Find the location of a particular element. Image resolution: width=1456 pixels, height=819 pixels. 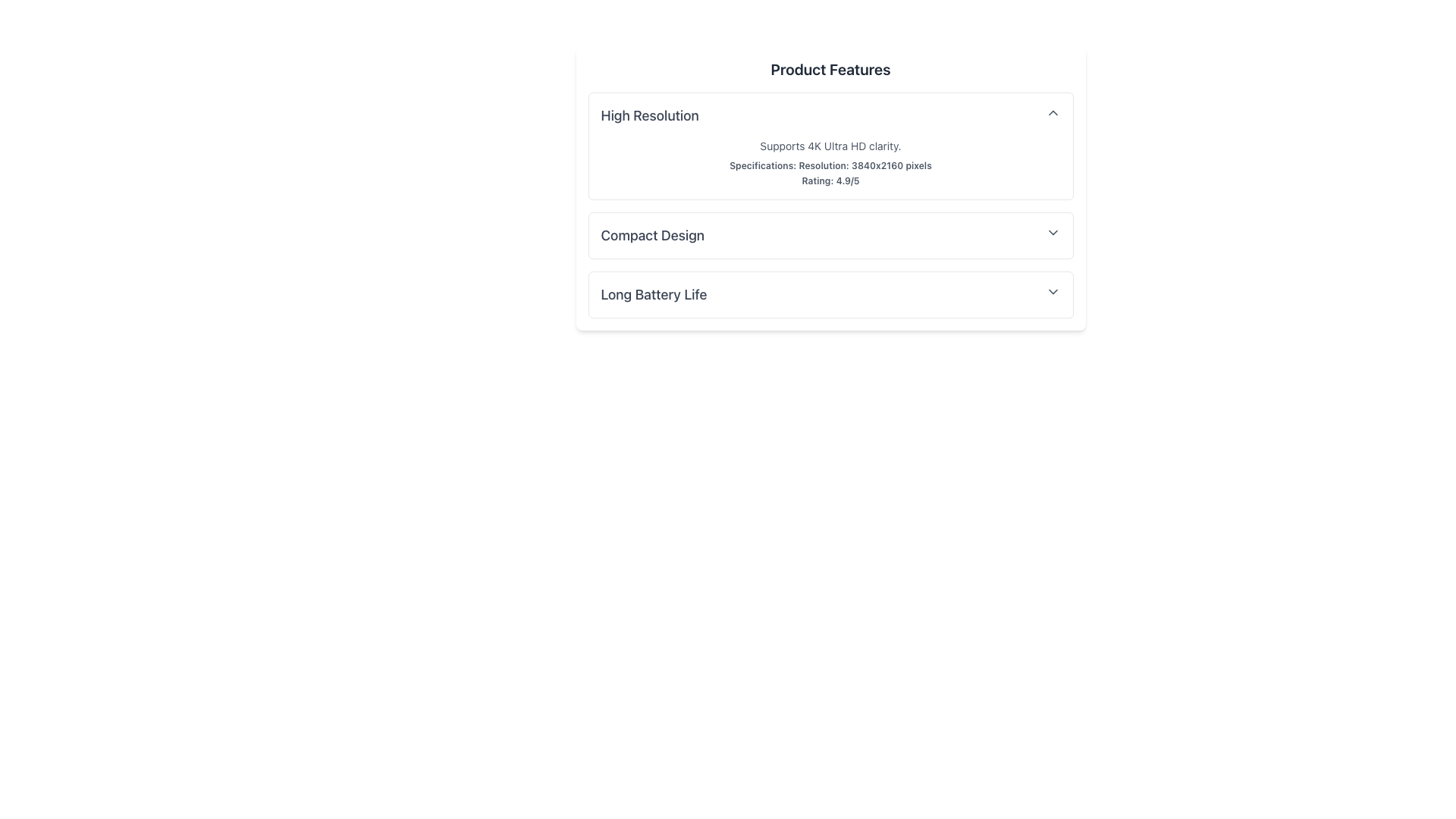

the downward arrow icon located on the far right of the 'Compact Design' section is located at coordinates (1052, 233).